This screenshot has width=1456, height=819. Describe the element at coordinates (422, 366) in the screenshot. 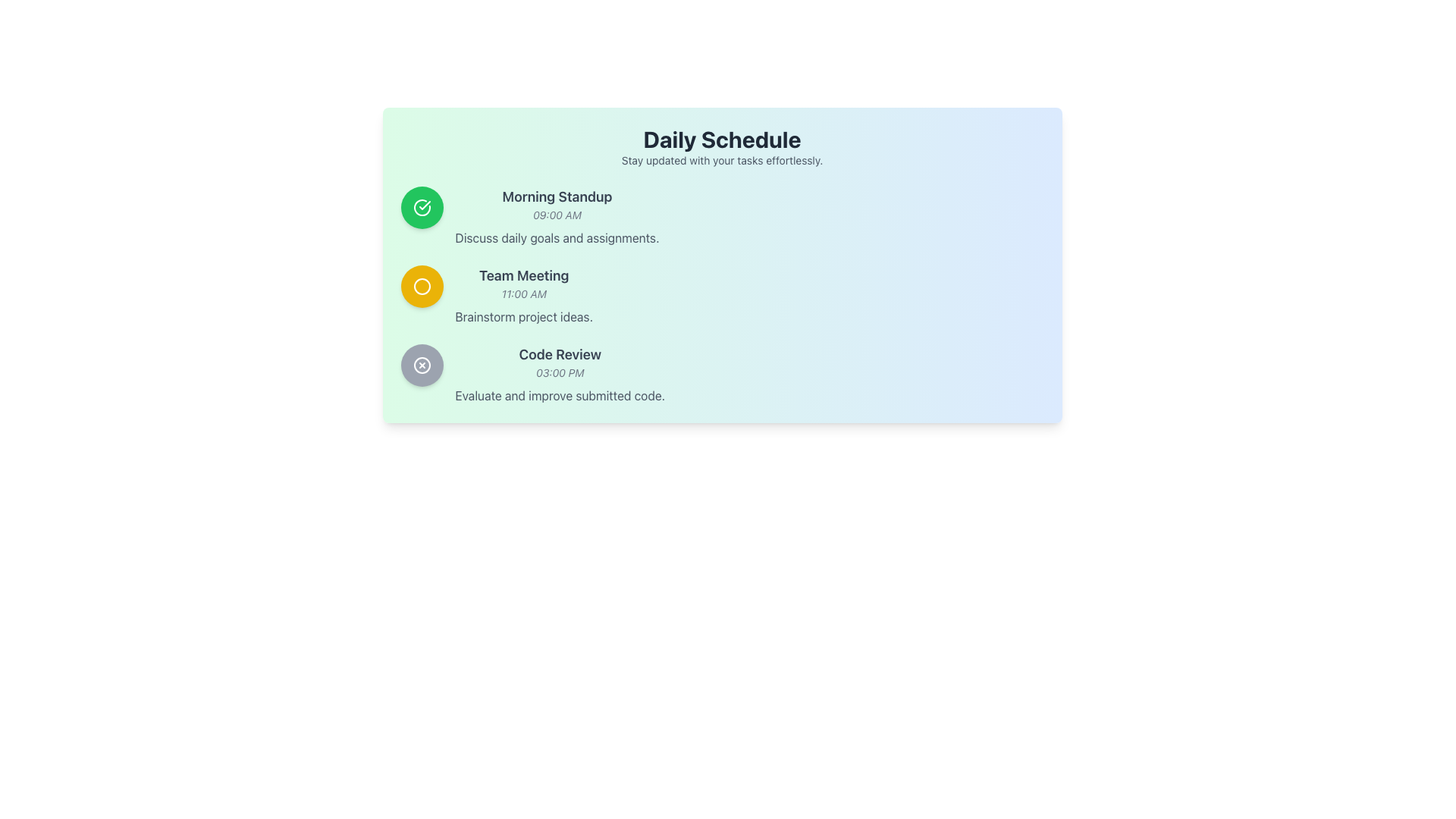

I see `the gray circular button with a cross symbol that represents cancellation, located to the left of the 'Code Review' task item in the list of scheduled events` at that location.